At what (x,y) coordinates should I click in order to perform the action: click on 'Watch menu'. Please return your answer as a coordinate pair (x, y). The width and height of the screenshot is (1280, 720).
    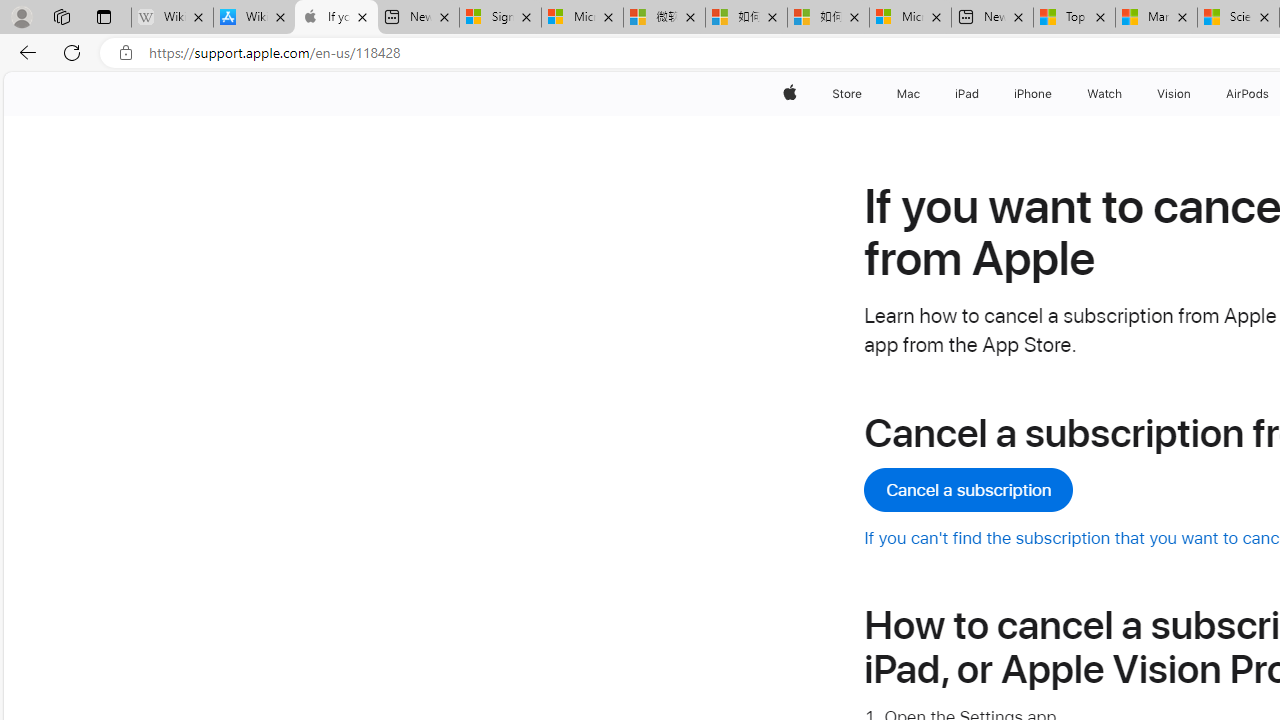
    Looking at the image, I should click on (1126, 93).